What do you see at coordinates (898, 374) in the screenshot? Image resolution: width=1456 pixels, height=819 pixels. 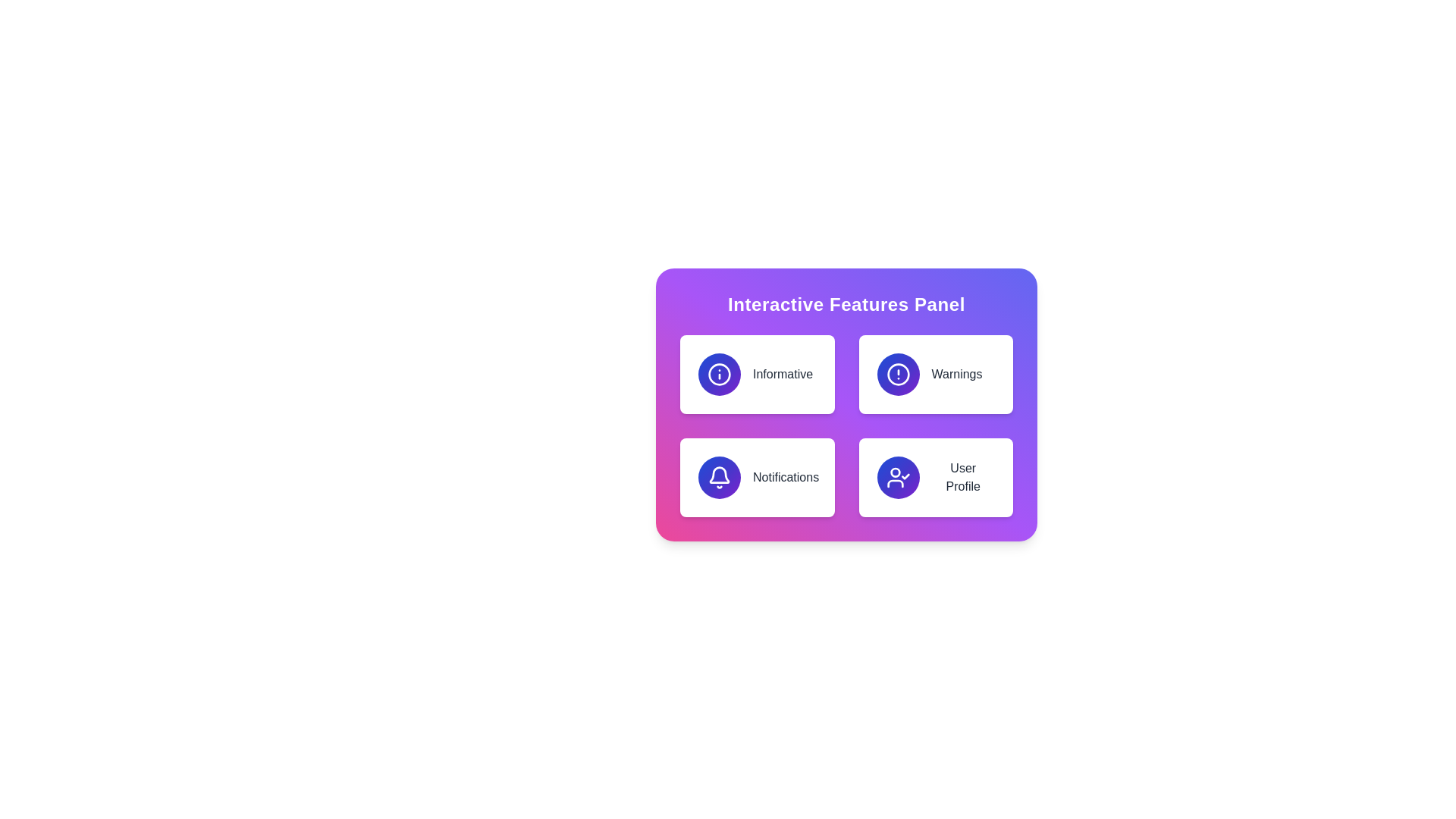 I see `the alert or warning indicator icon located in the top-right of the four-grid layout under 'Interactive Features Panel', next to the 'Informative' icon` at bounding box center [898, 374].